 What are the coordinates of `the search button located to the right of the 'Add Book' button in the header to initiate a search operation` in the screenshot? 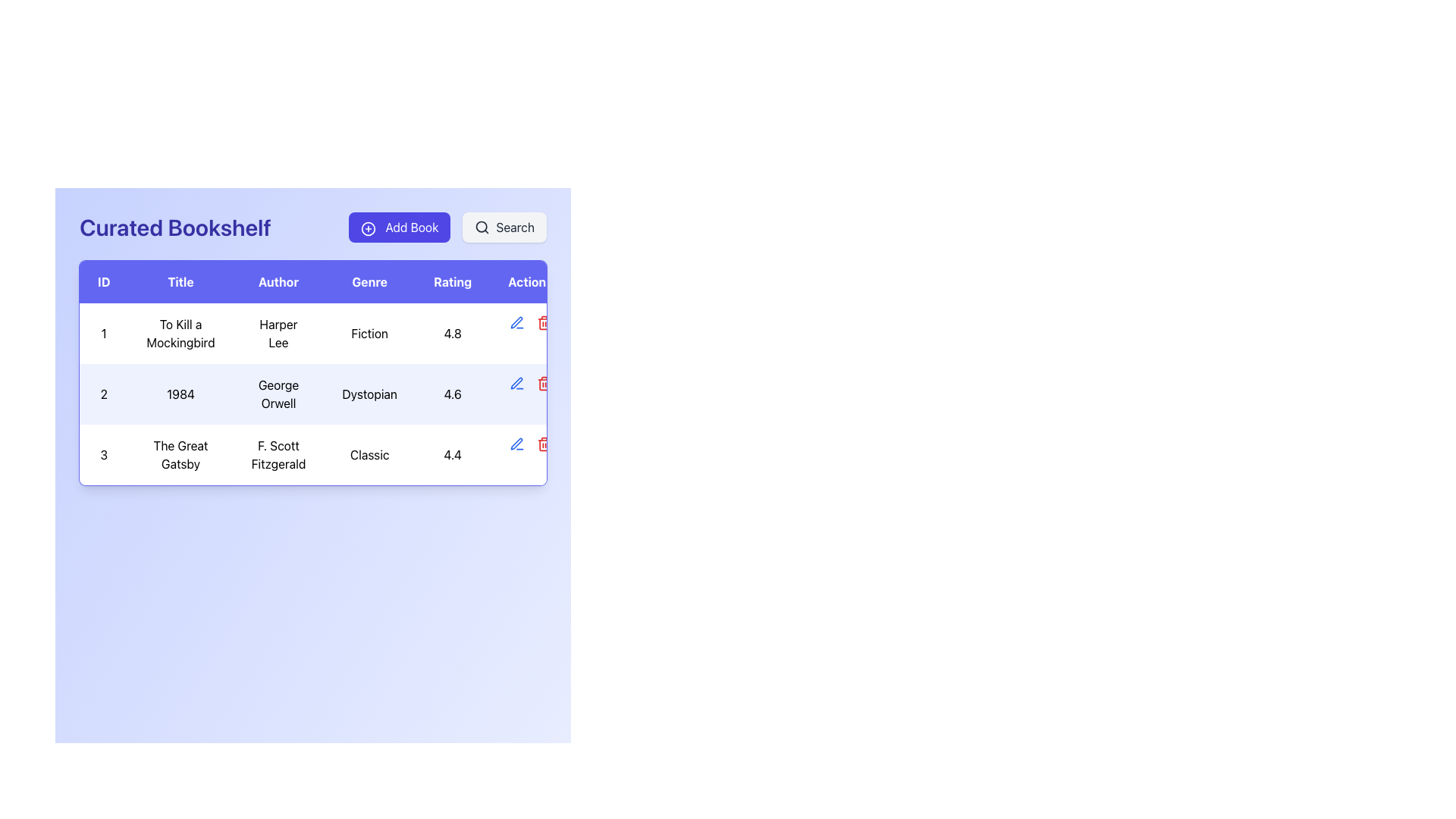 It's located at (504, 227).